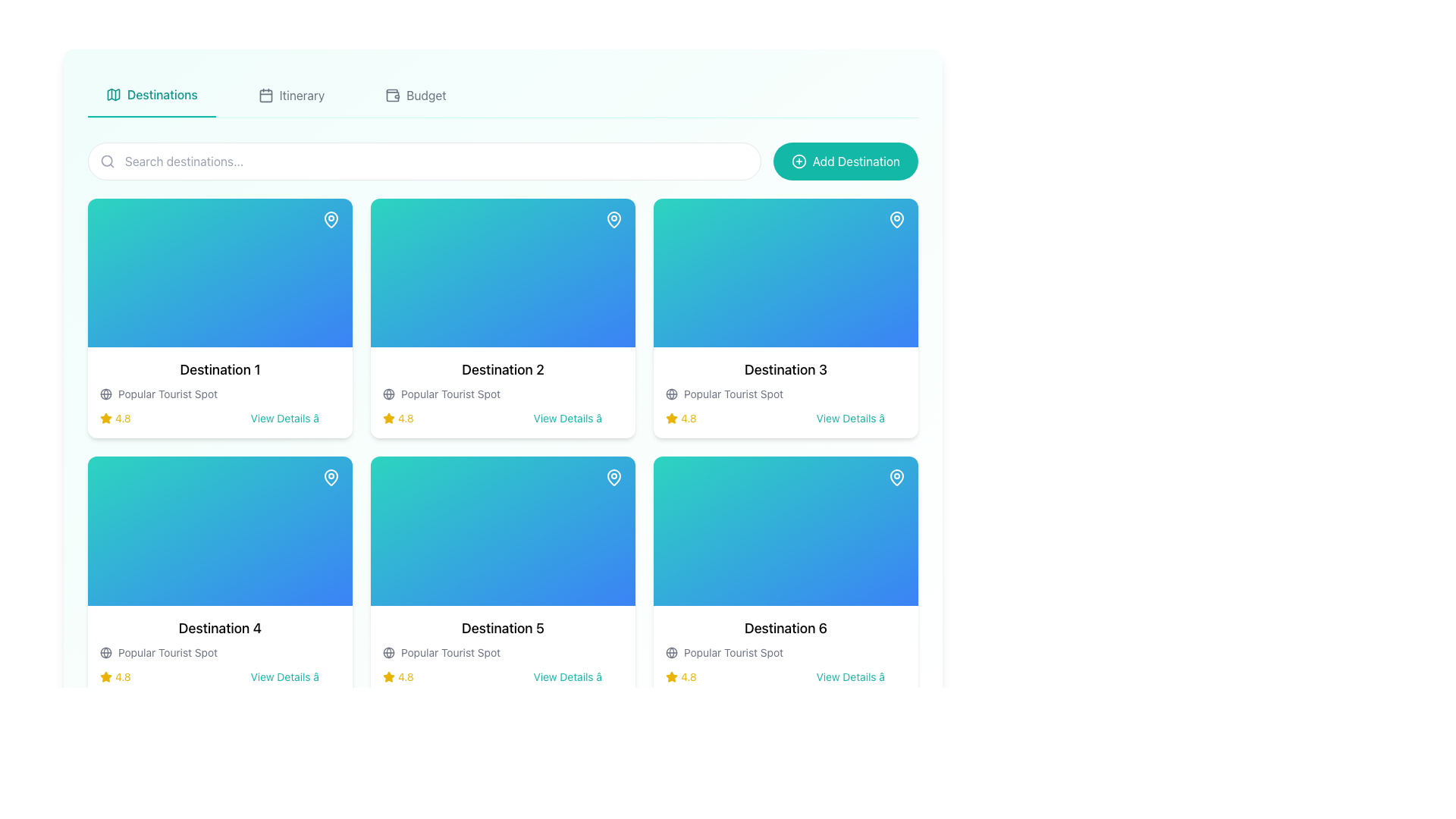 The width and height of the screenshot is (1456, 819). Describe the element at coordinates (577, 419) in the screenshot. I see `the navigational link located in the bottom right corner of the card representing Destination 2` at that location.